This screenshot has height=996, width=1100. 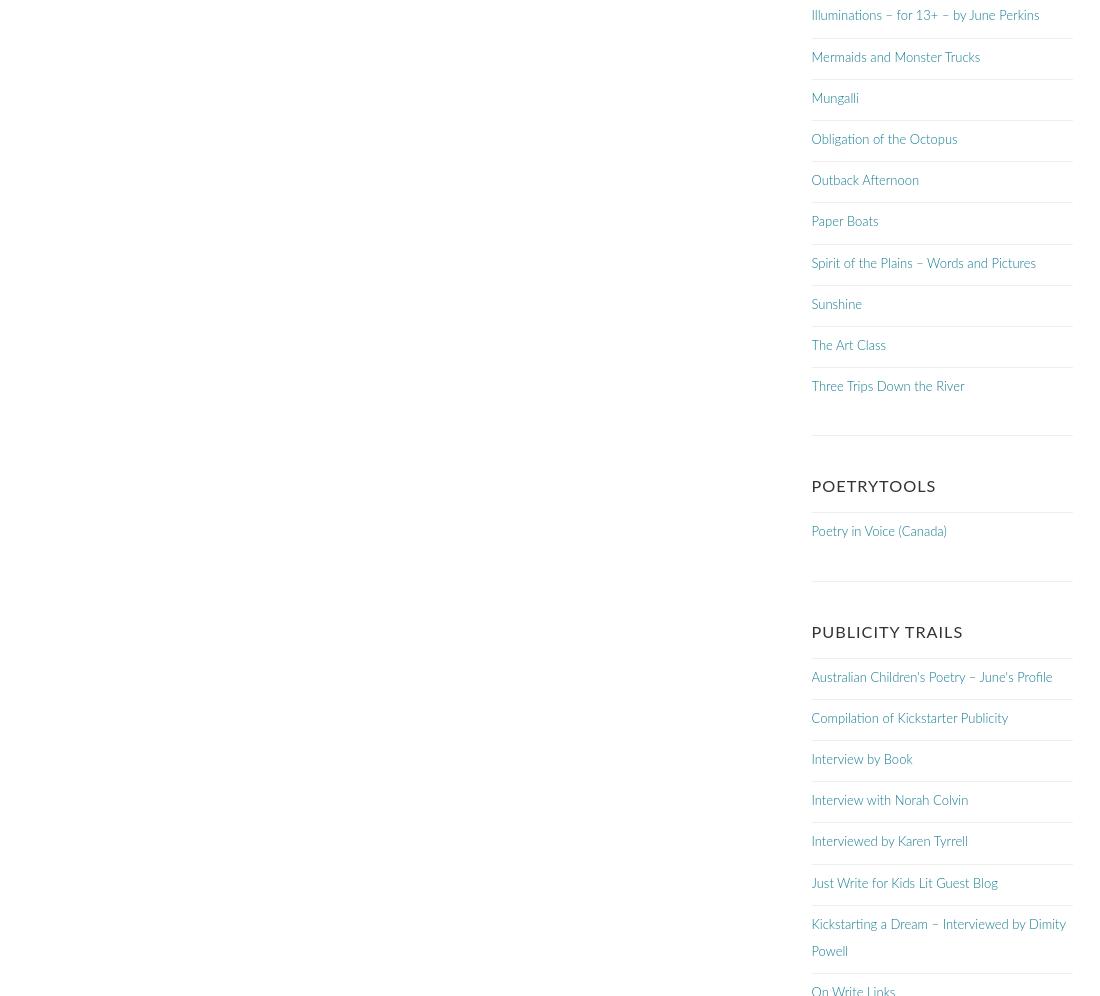 I want to click on 'Spirit of the Plains – Words and Pictures', so click(x=923, y=263).